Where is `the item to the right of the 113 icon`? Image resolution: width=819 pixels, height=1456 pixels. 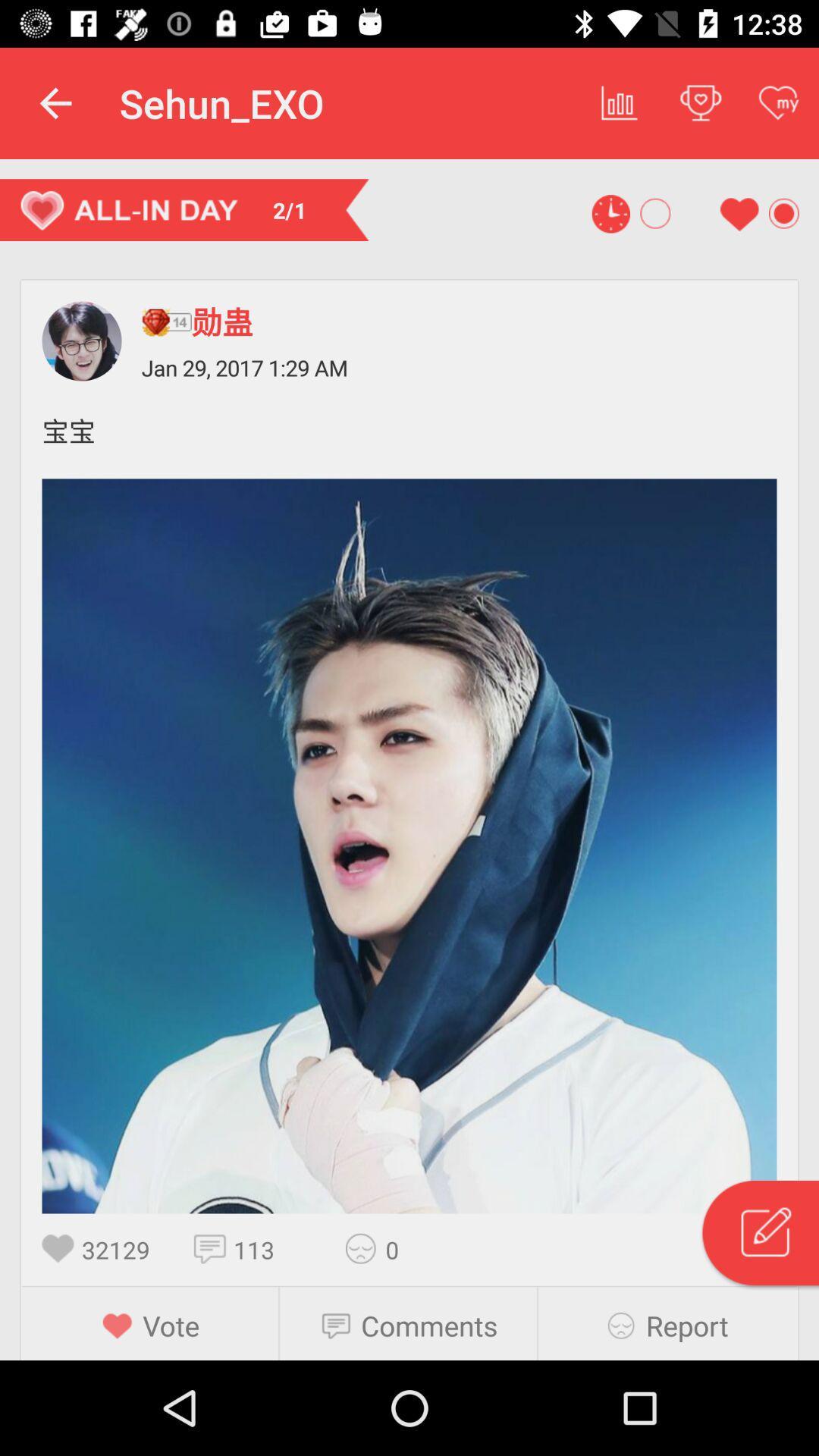 the item to the right of the 113 icon is located at coordinates (366, 1248).